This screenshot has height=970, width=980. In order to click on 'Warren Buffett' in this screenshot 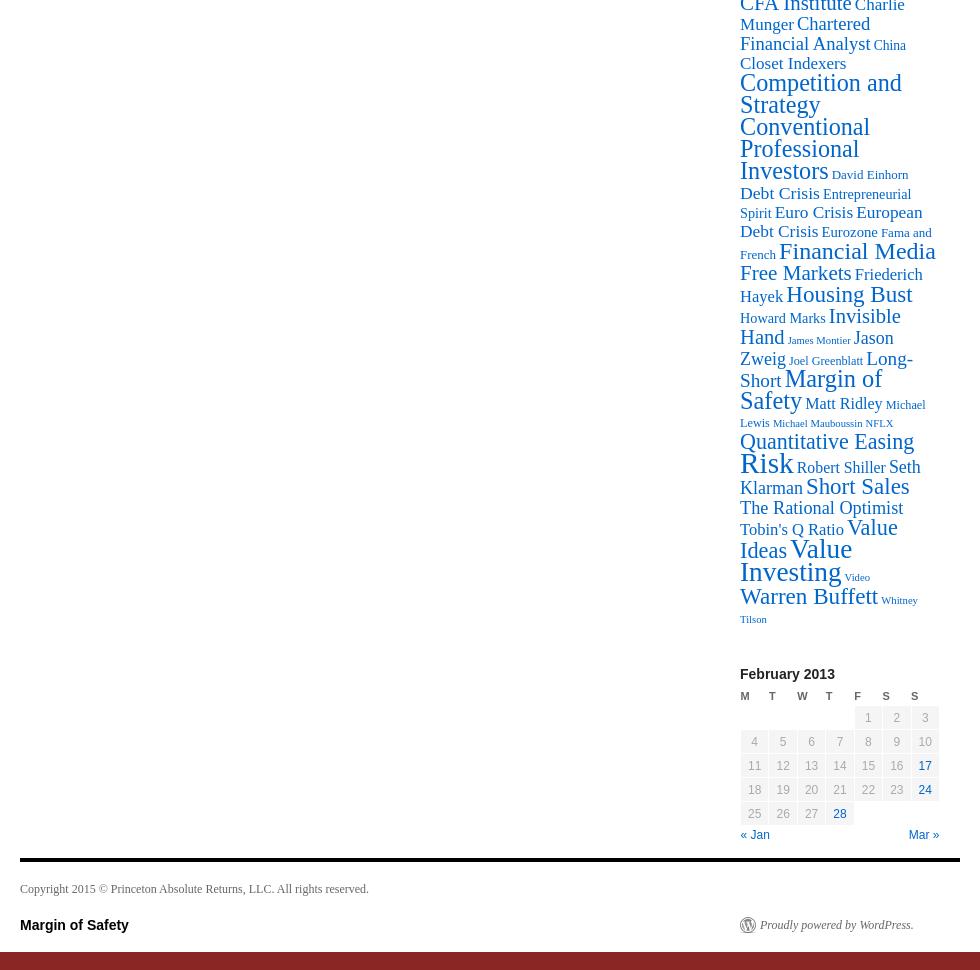, I will do `click(808, 595)`.